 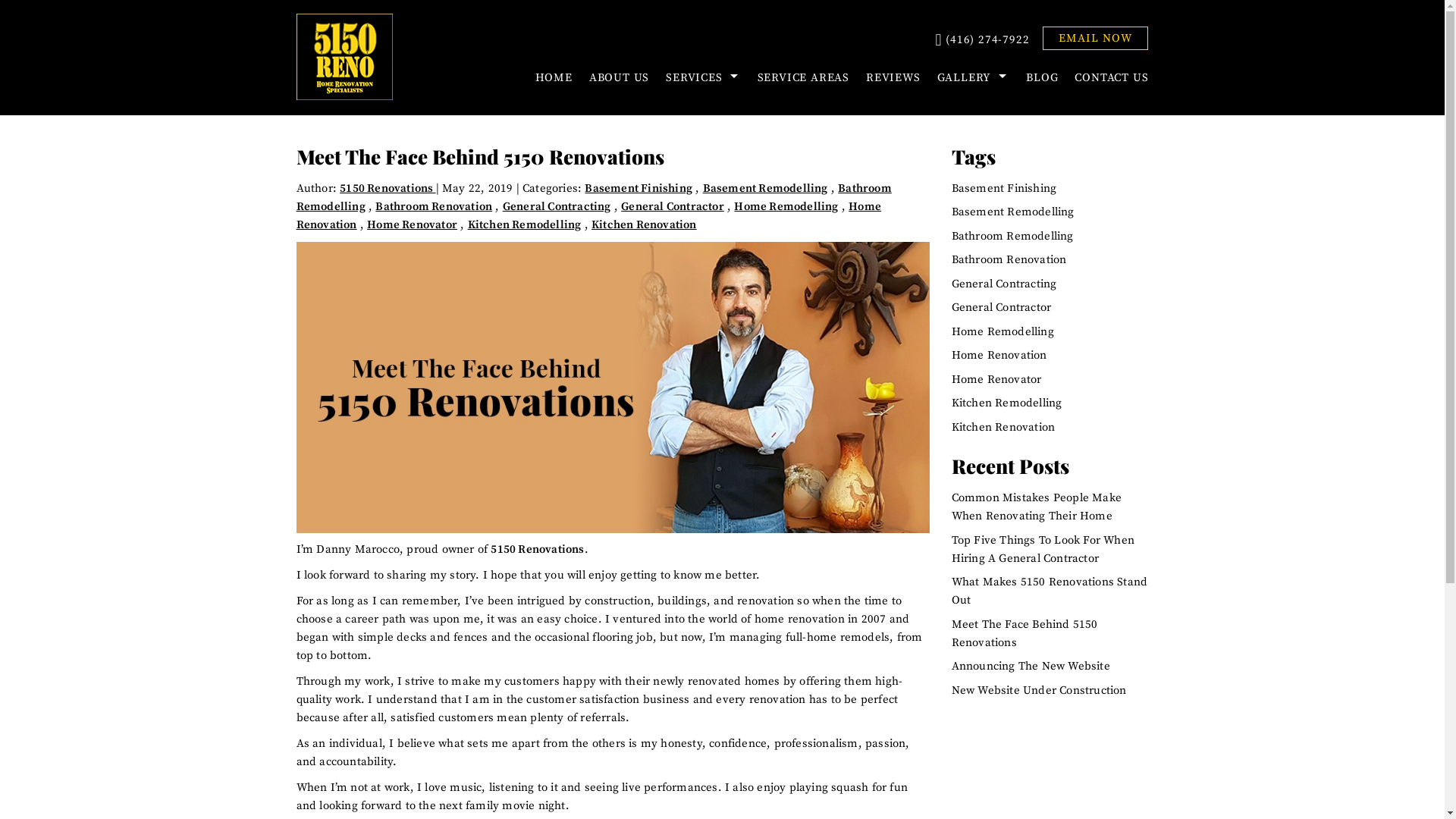 I want to click on 'REVIEWS', so click(x=893, y=77).